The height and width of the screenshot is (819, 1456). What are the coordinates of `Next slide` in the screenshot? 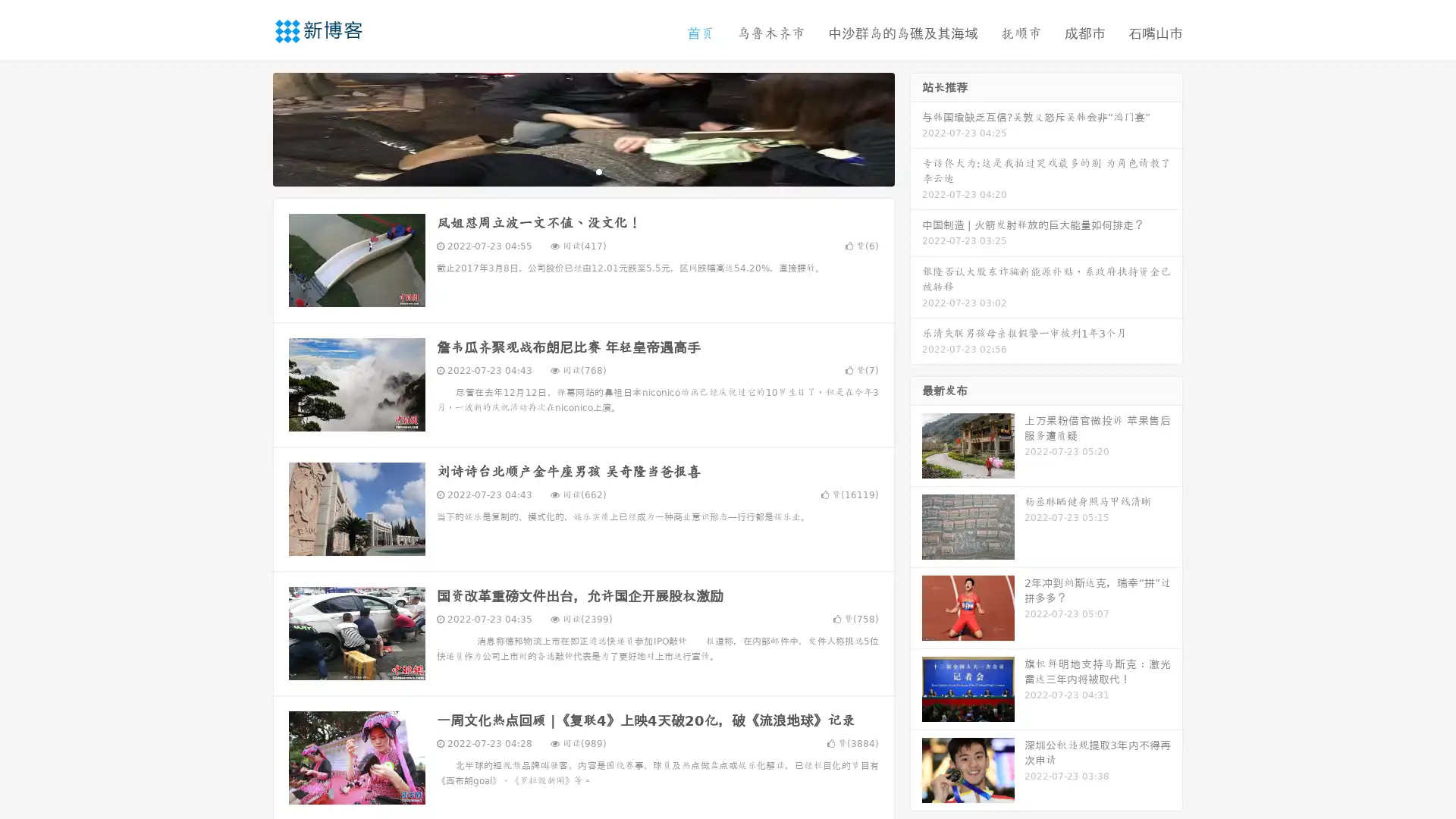 It's located at (916, 127).